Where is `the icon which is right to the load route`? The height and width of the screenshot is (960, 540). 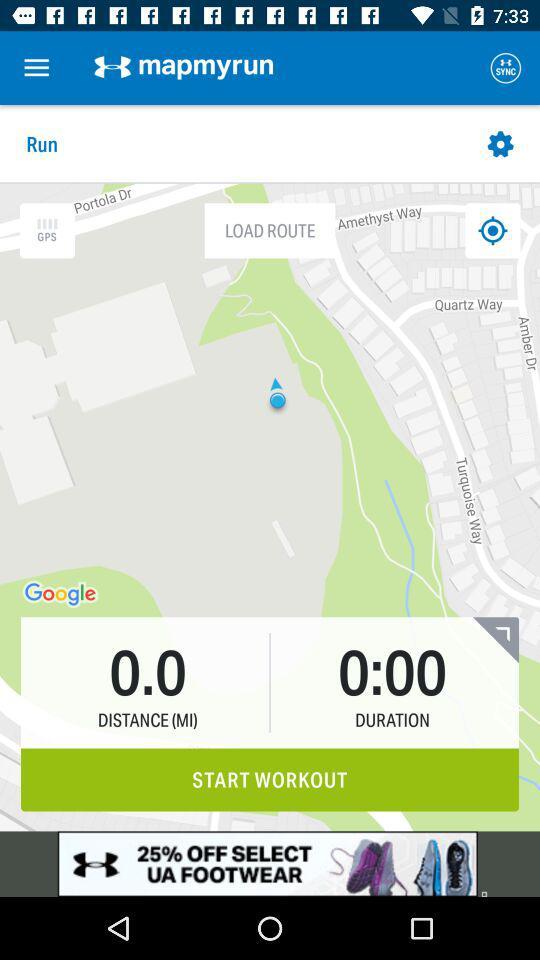
the icon which is right to the load route is located at coordinates (492, 230).